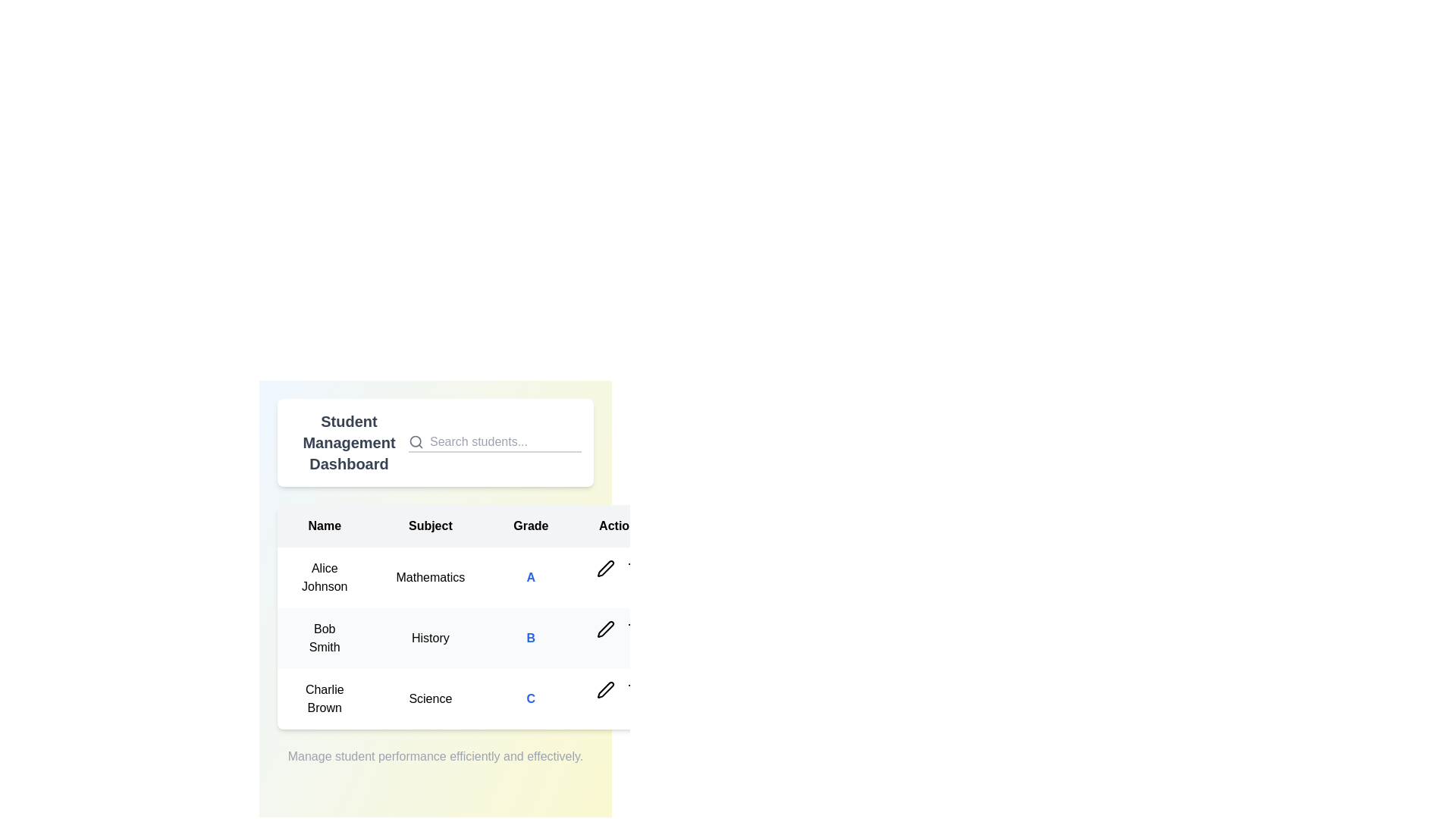 The image size is (1456, 819). What do you see at coordinates (531, 578) in the screenshot?
I see `the bold, blue-colored letter 'A' in the table cell under the 'Grade' column, which is center-aligned and styled with a larger font size, located in the first row of the table` at bounding box center [531, 578].